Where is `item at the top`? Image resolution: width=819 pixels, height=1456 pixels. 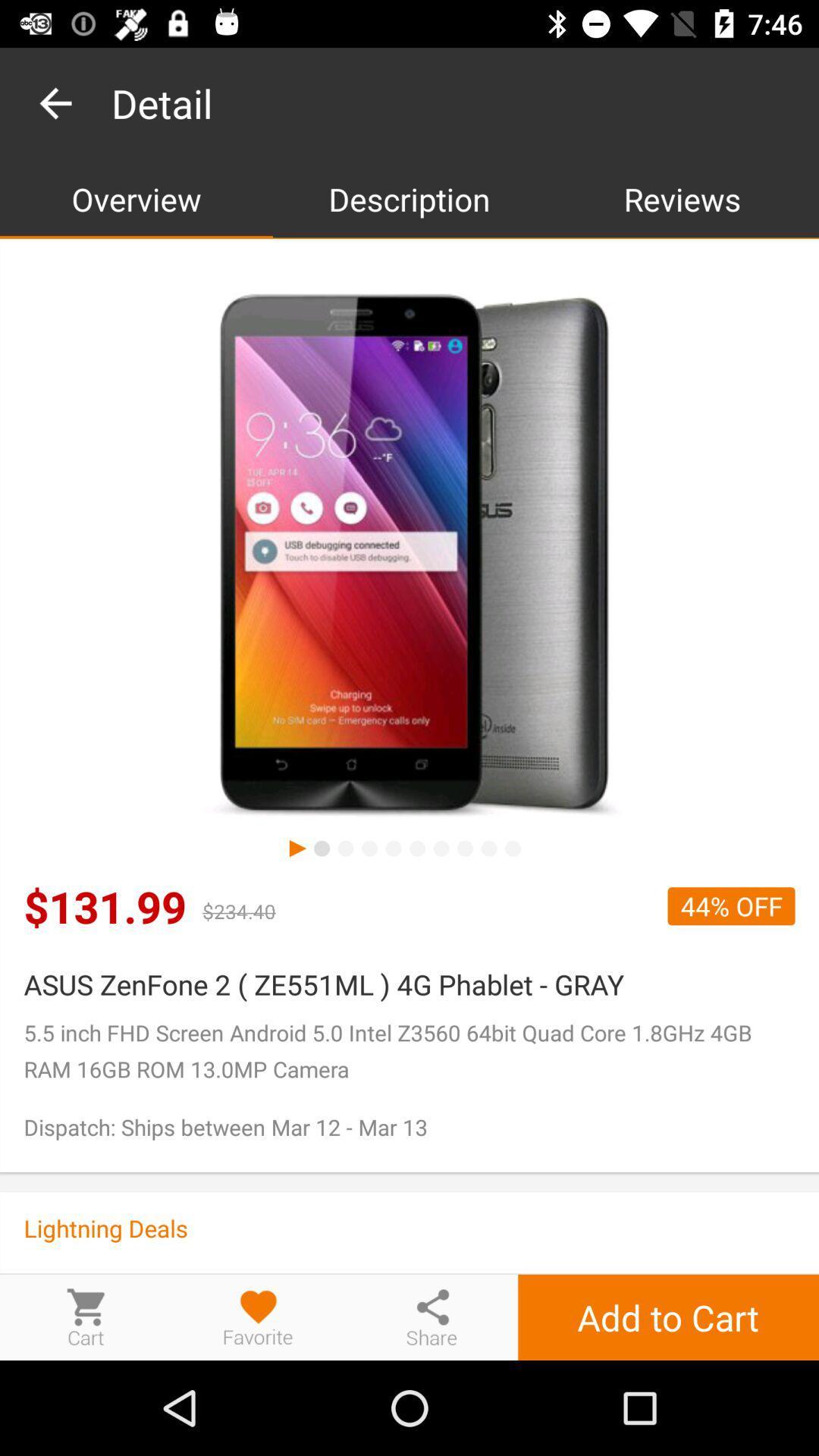 item at the top is located at coordinates (409, 198).